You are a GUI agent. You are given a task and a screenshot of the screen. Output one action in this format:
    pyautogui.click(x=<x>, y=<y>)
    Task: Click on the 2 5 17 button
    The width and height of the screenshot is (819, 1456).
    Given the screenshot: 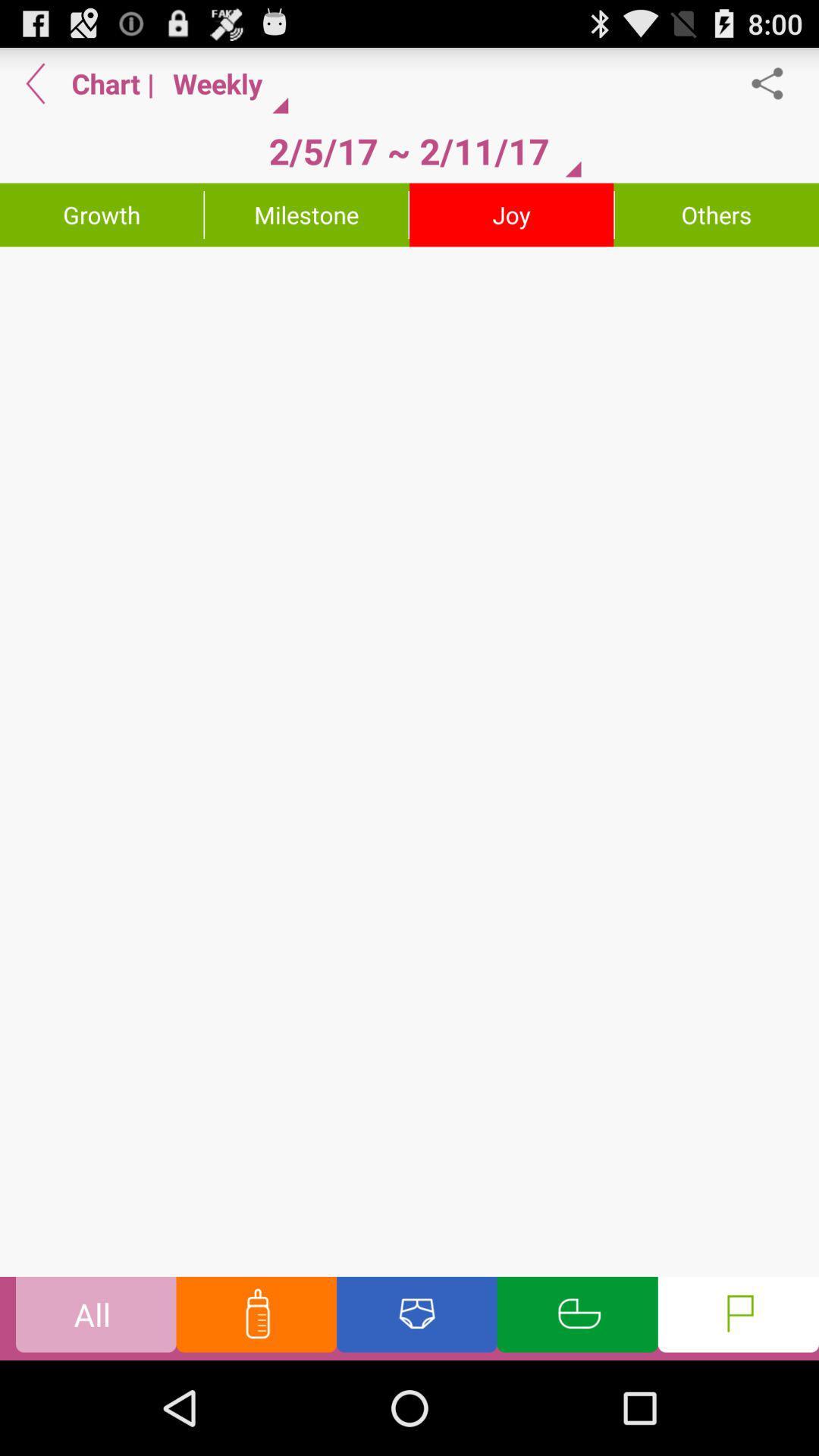 What is the action you would take?
    pyautogui.click(x=408, y=151)
    